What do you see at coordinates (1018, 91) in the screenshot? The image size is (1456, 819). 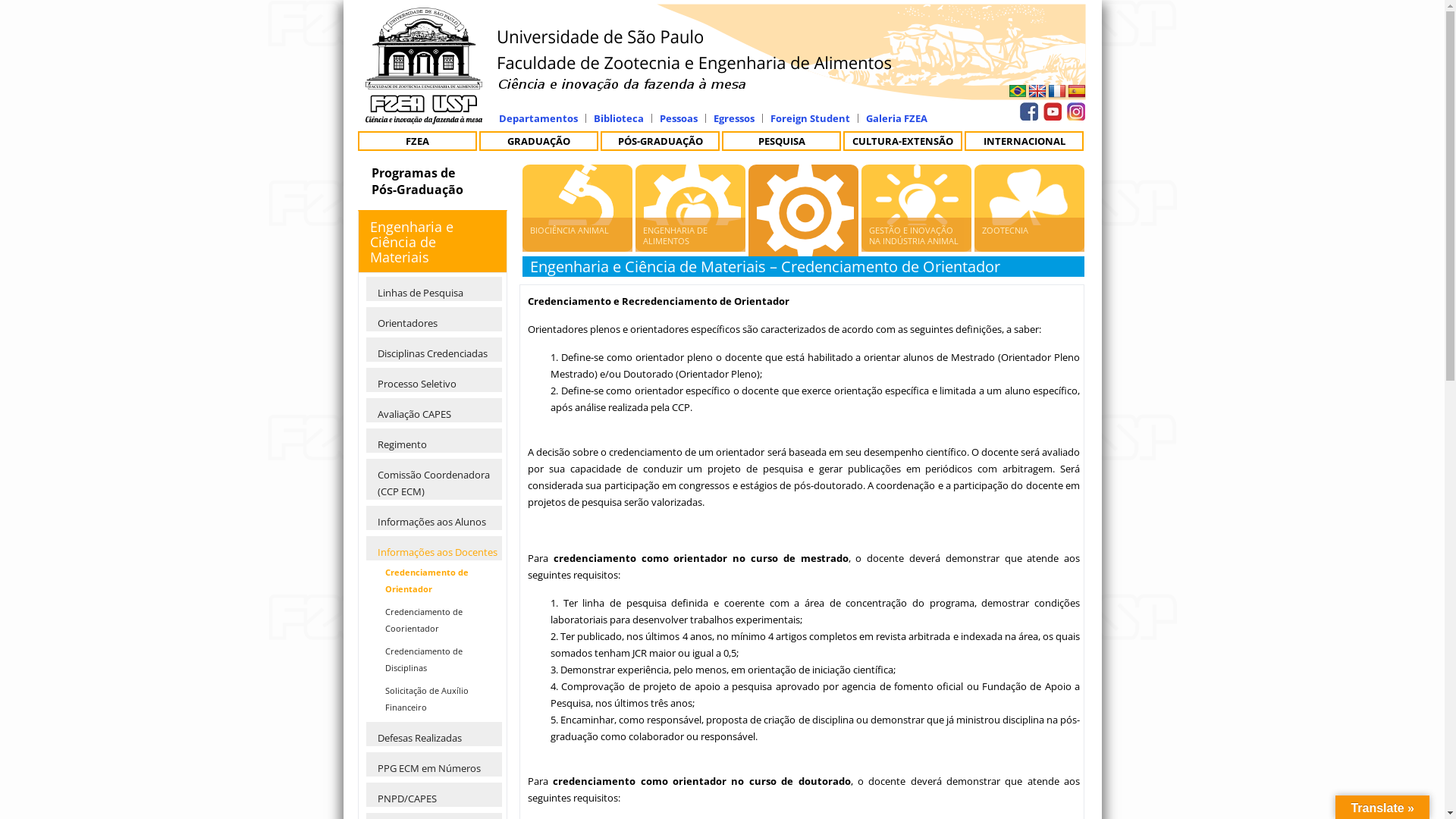 I see `' '` at bounding box center [1018, 91].